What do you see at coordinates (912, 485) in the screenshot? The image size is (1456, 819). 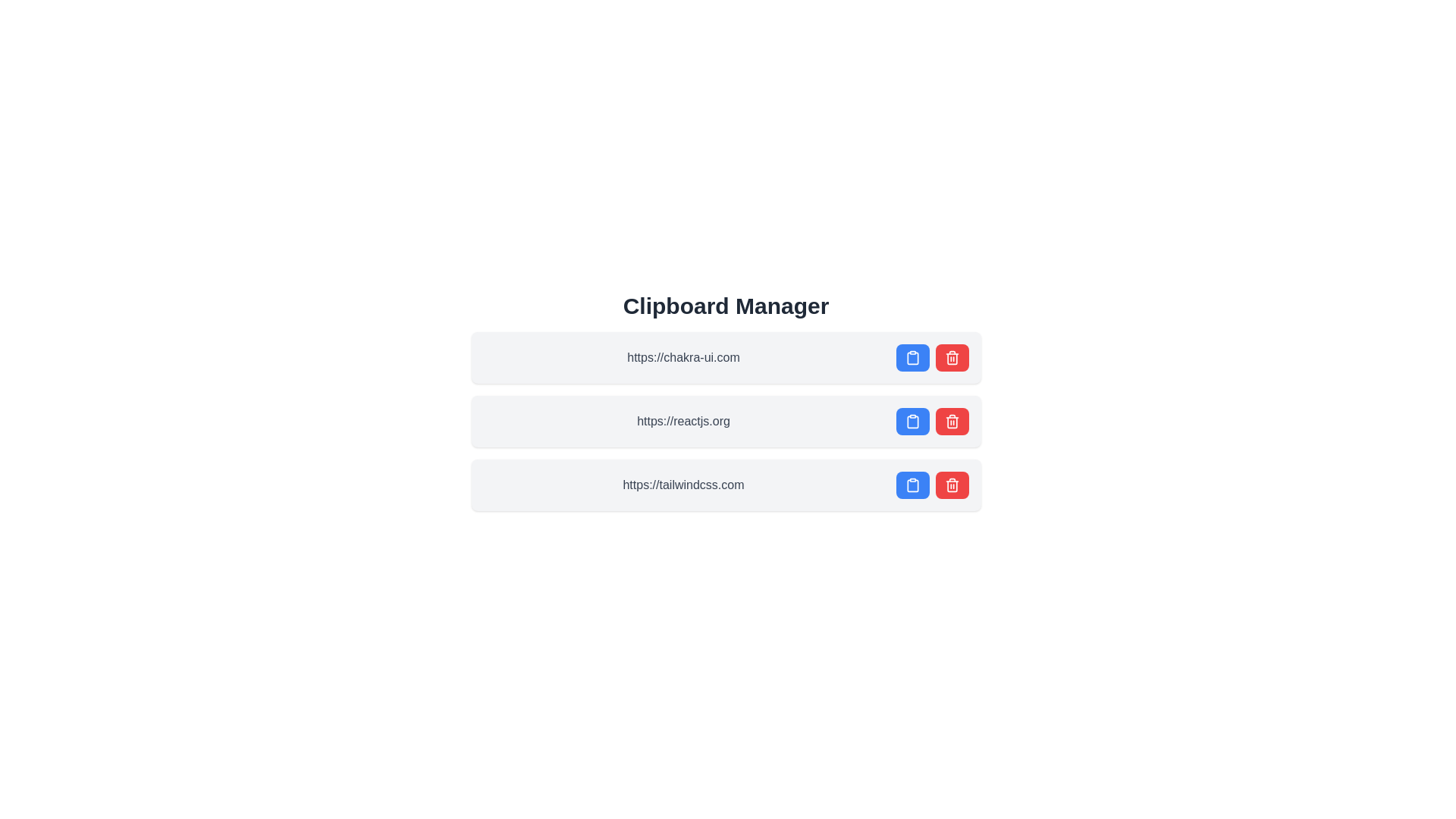 I see `the button that copies the URL for the 'tailwindcss.com' entry in the clipboard manager interface` at bounding box center [912, 485].